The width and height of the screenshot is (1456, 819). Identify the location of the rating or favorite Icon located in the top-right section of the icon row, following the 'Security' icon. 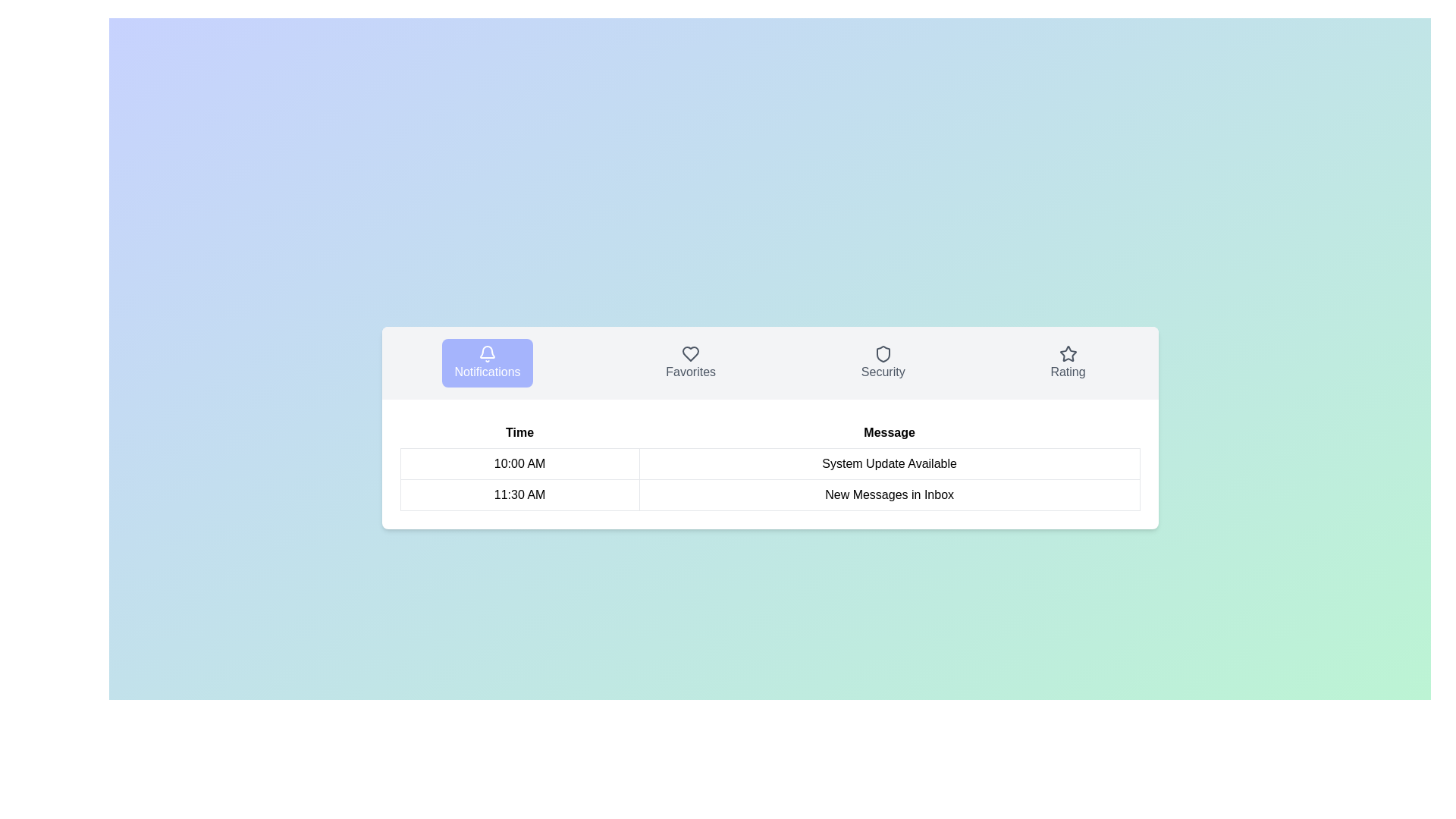
(1066, 353).